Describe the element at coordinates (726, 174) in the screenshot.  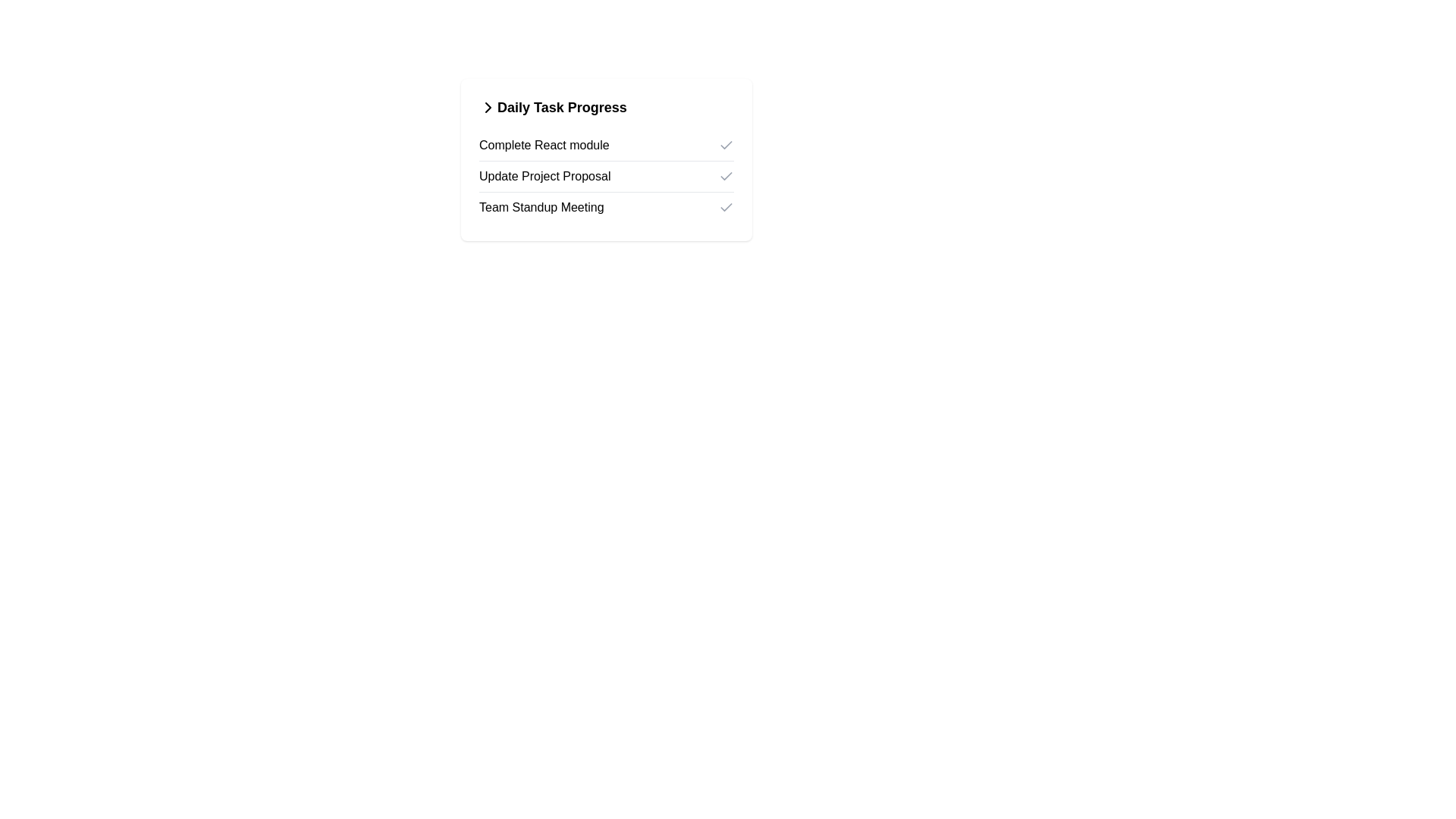
I see `the checkmark icon located on the far-right side of the second item in the list labeled 'Update Project Proposal' to indicate completion or validation of the task` at that location.